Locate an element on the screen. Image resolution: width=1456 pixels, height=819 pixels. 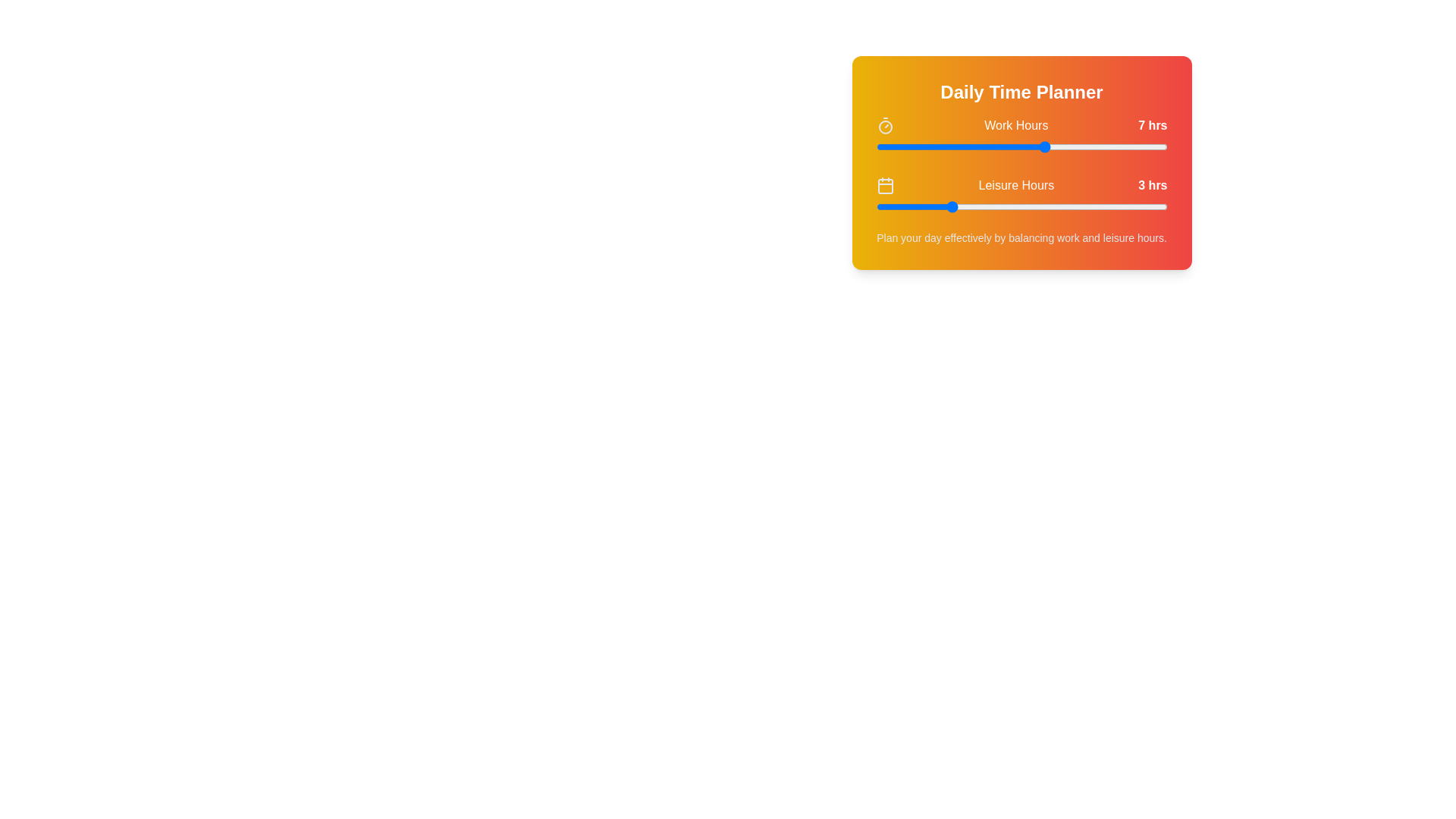
the circular stopwatch icon with a yellow fill and white outline located in the 'Work Hours' row layout, adjacent to the 'Work Hours' label is located at coordinates (885, 124).